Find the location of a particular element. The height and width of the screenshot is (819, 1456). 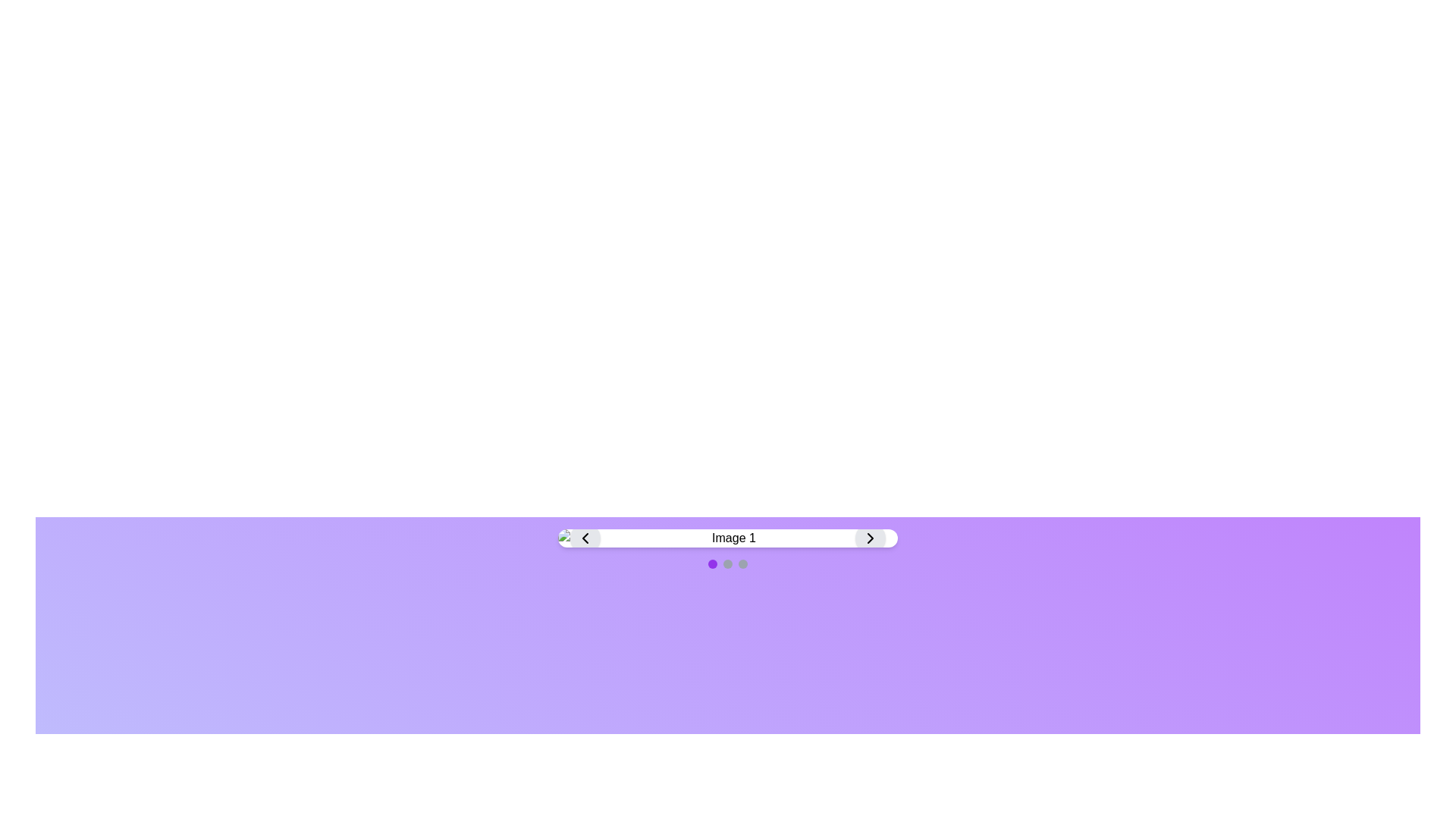

the rightward-pointing chevron icon embedded within the circular button on the far-right side of the navigational bar is located at coordinates (870, 537).